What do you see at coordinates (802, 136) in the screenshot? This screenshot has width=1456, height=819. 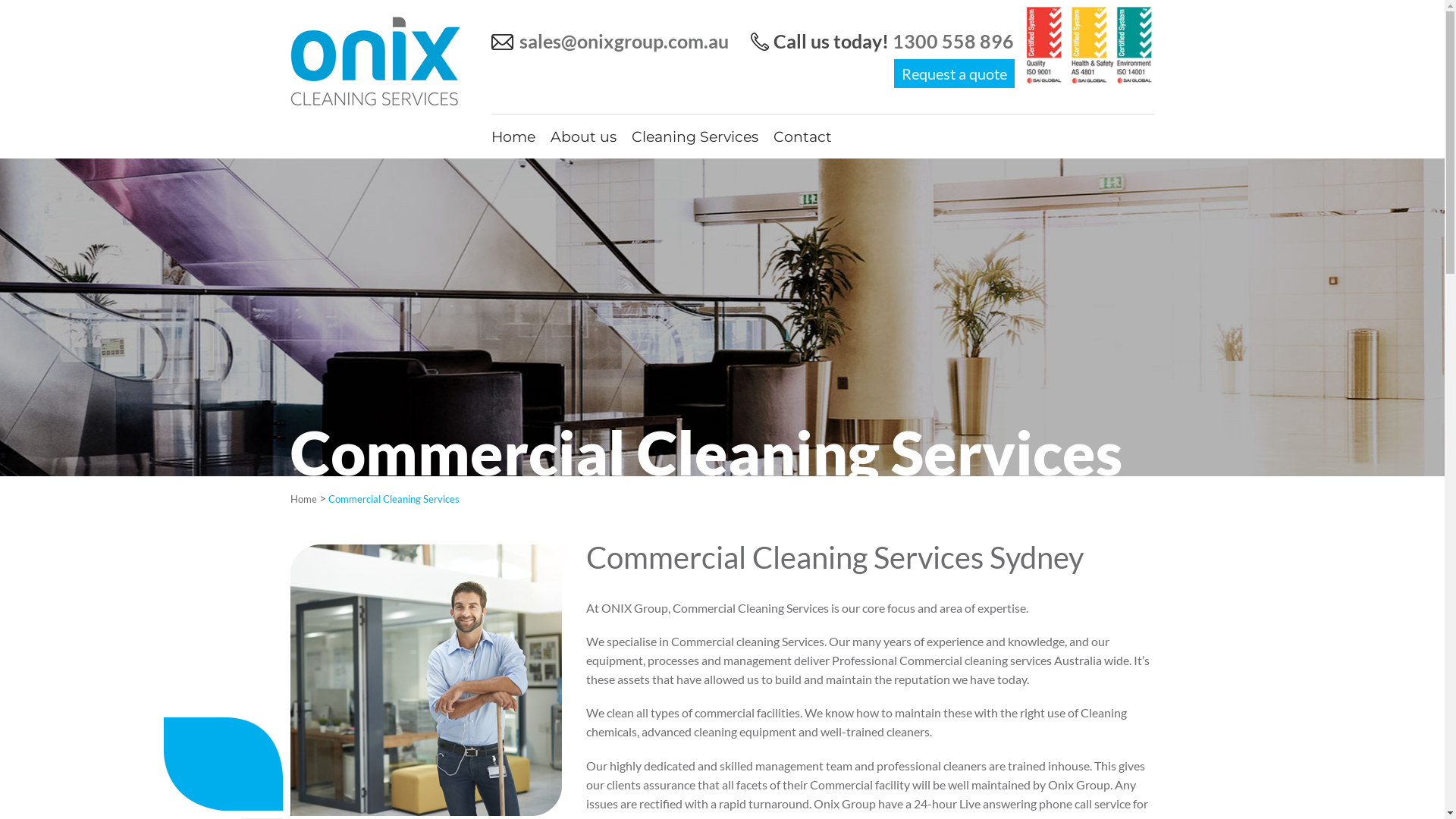 I see `'Contact'` at bounding box center [802, 136].